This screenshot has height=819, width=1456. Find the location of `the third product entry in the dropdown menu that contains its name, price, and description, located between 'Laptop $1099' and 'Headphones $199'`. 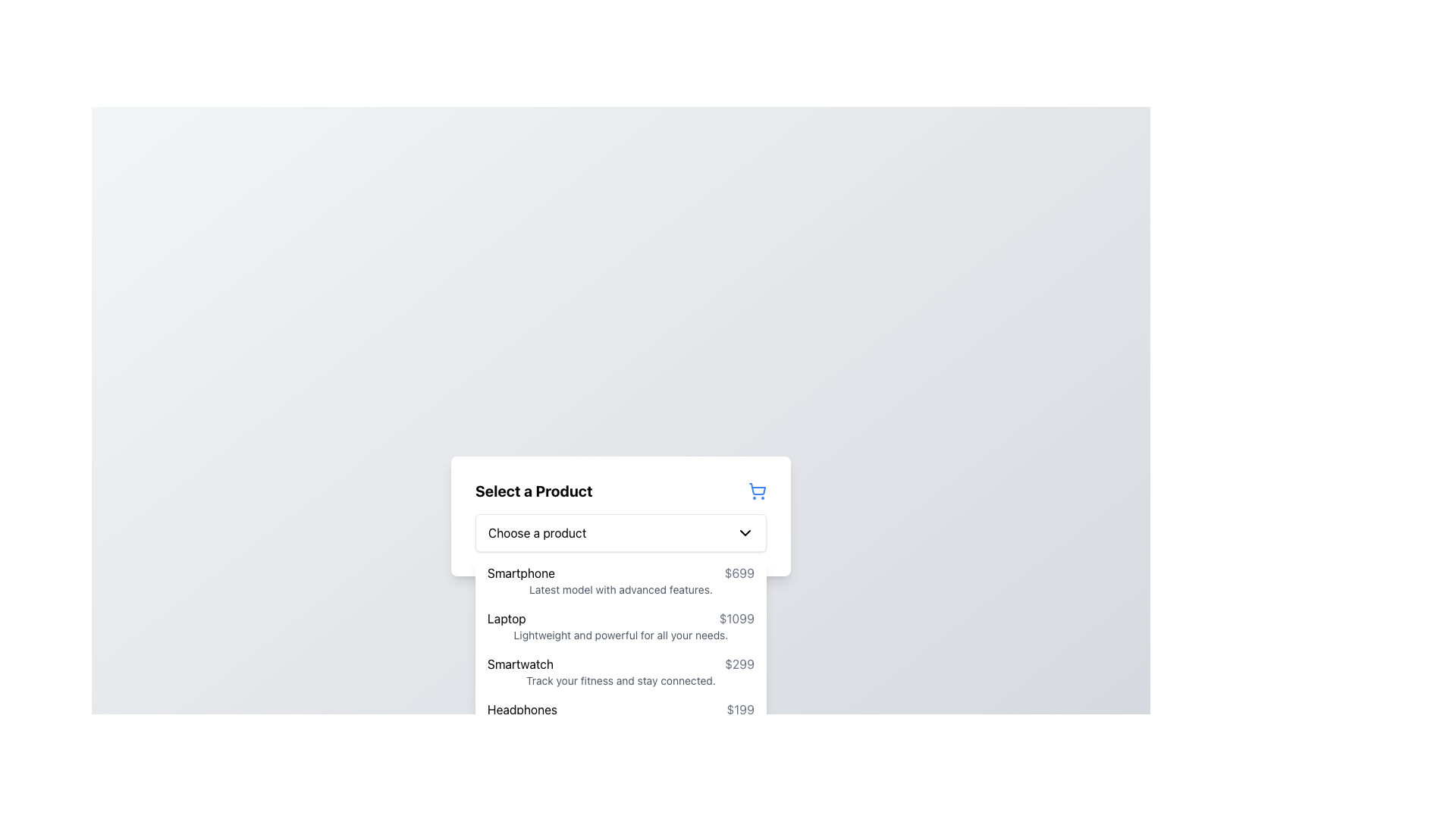

the third product entry in the dropdown menu that contains its name, price, and description, located between 'Laptop $1099' and 'Headphones $199' is located at coordinates (621, 671).